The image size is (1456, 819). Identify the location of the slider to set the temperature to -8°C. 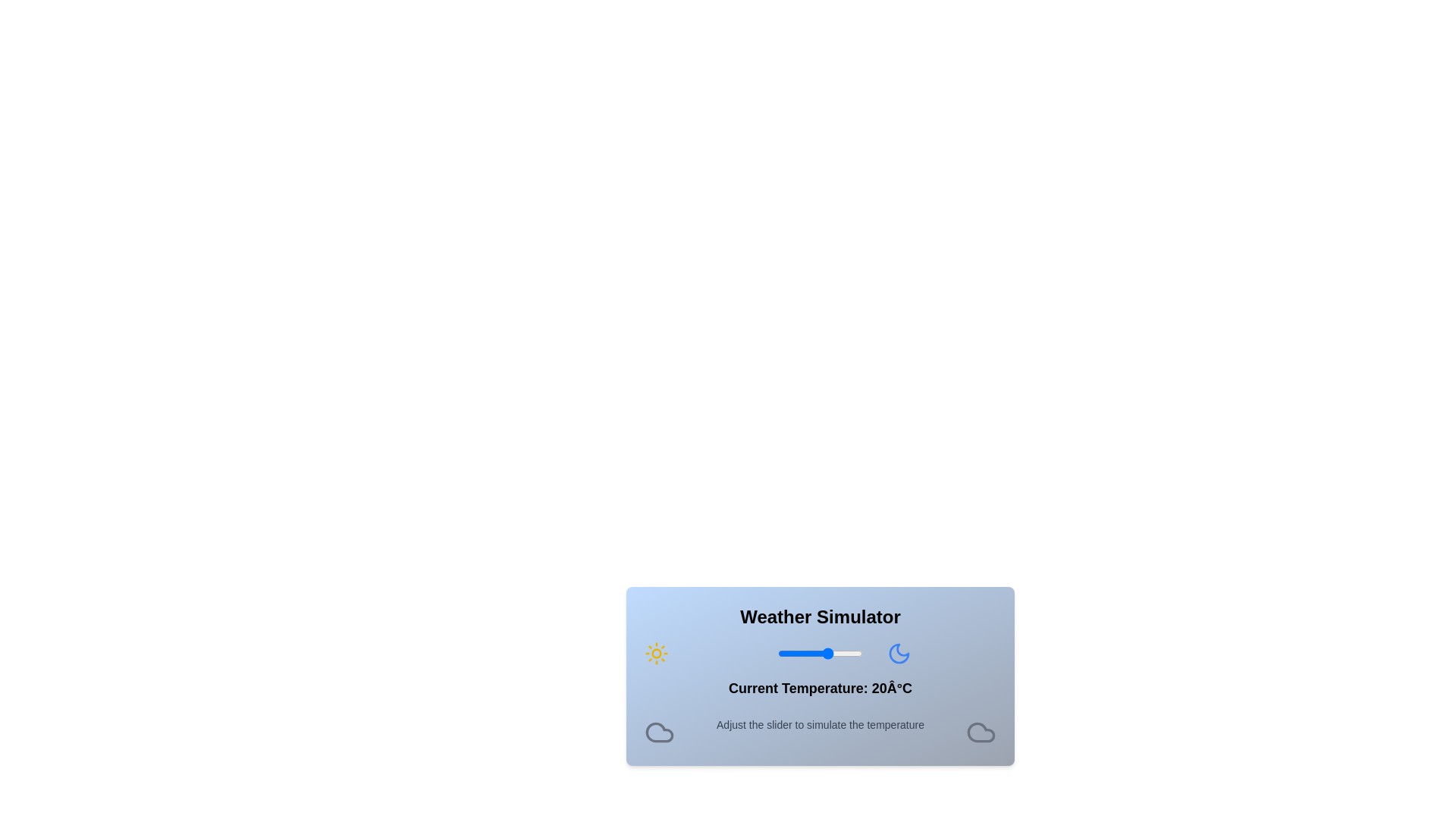
(781, 652).